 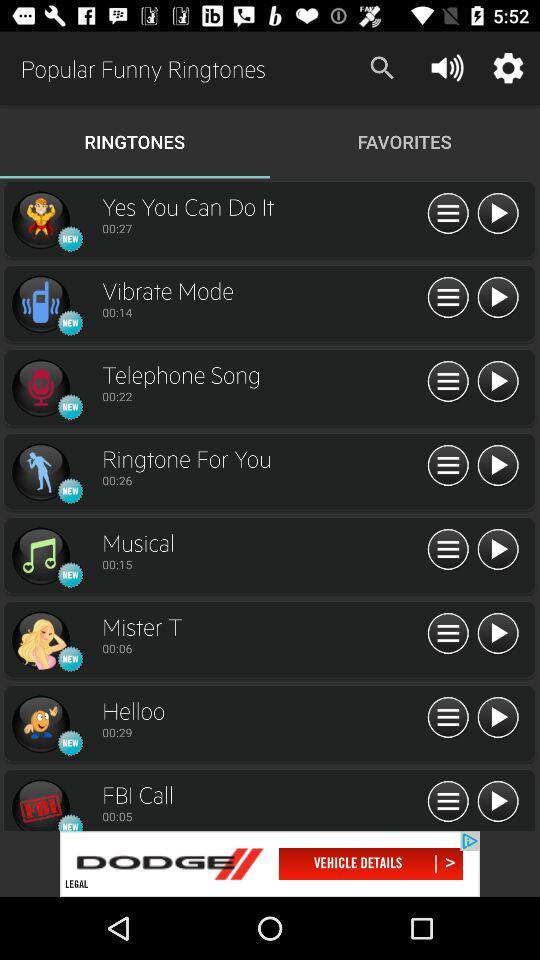 I want to click on next, so click(x=496, y=466).